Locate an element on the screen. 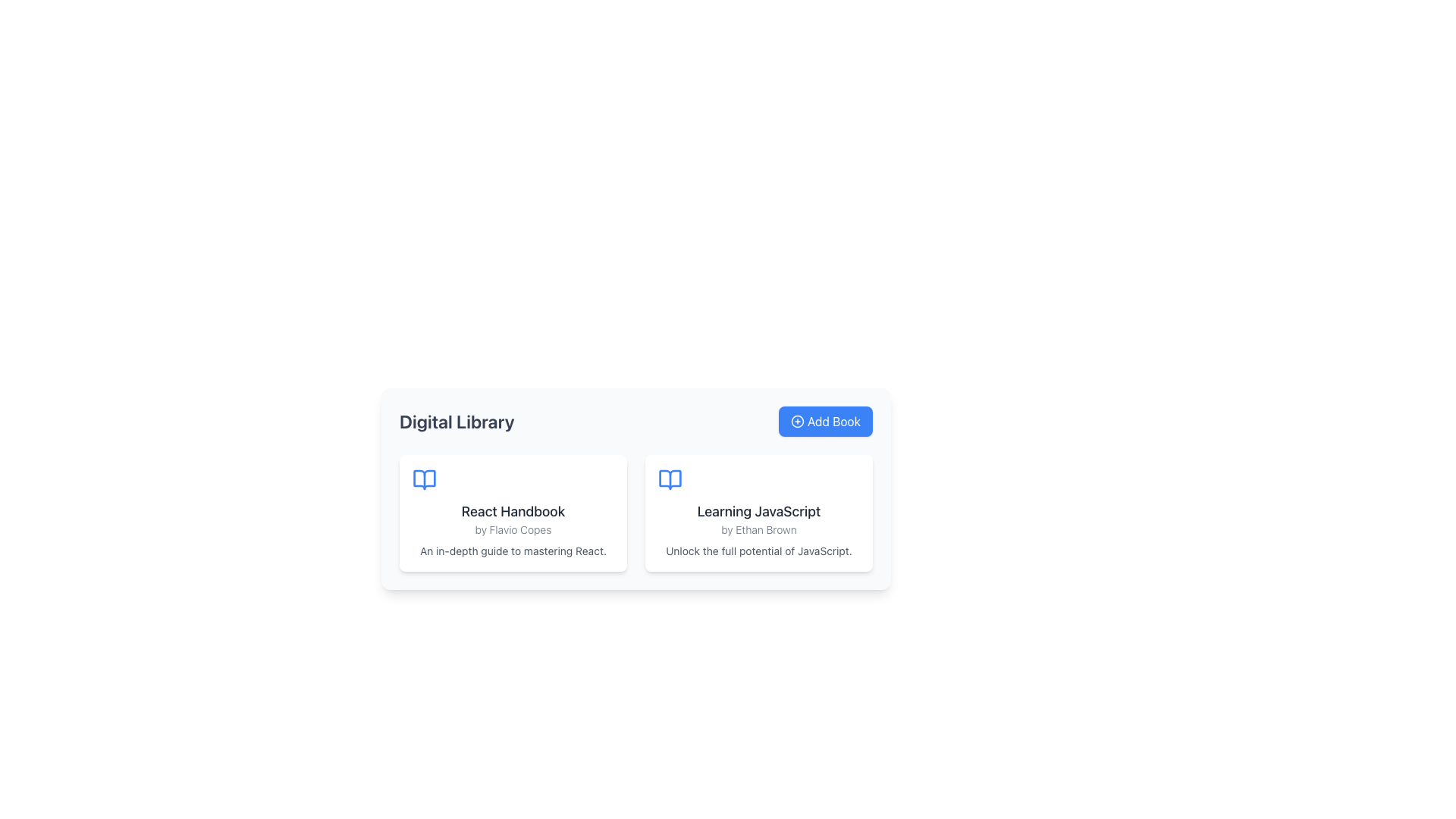 Image resolution: width=1456 pixels, height=819 pixels. the text label that reads 'by Ethan Brown,' which is styled with a small font size and gray color, located below the title 'Learning JavaScript' in the right card of the 'Digital Library' section is located at coordinates (759, 529).